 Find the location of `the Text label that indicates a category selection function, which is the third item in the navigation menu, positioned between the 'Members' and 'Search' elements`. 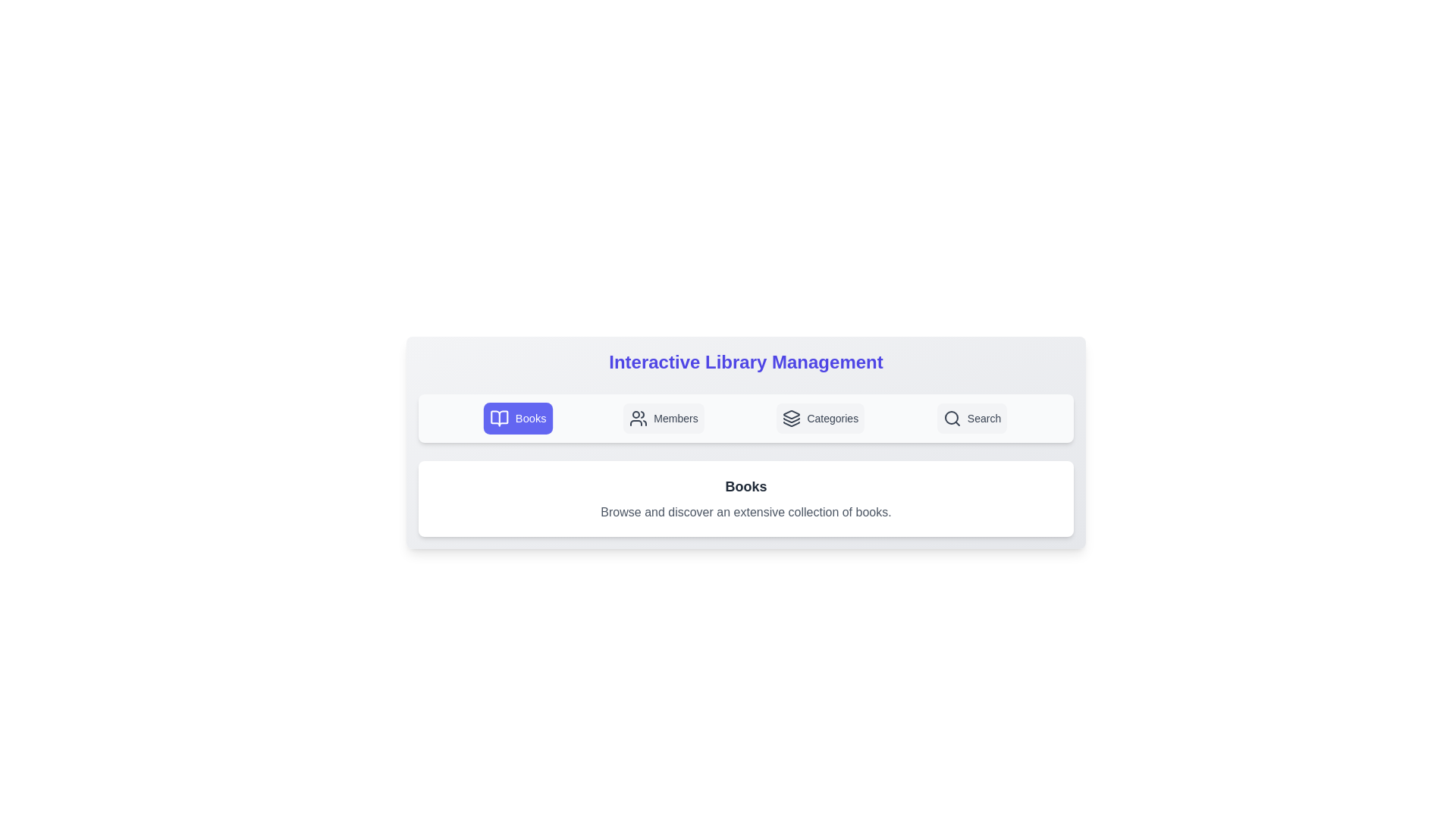

the Text label that indicates a category selection function, which is the third item in the navigation menu, positioned between the 'Members' and 'Search' elements is located at coordinates (832, 418).